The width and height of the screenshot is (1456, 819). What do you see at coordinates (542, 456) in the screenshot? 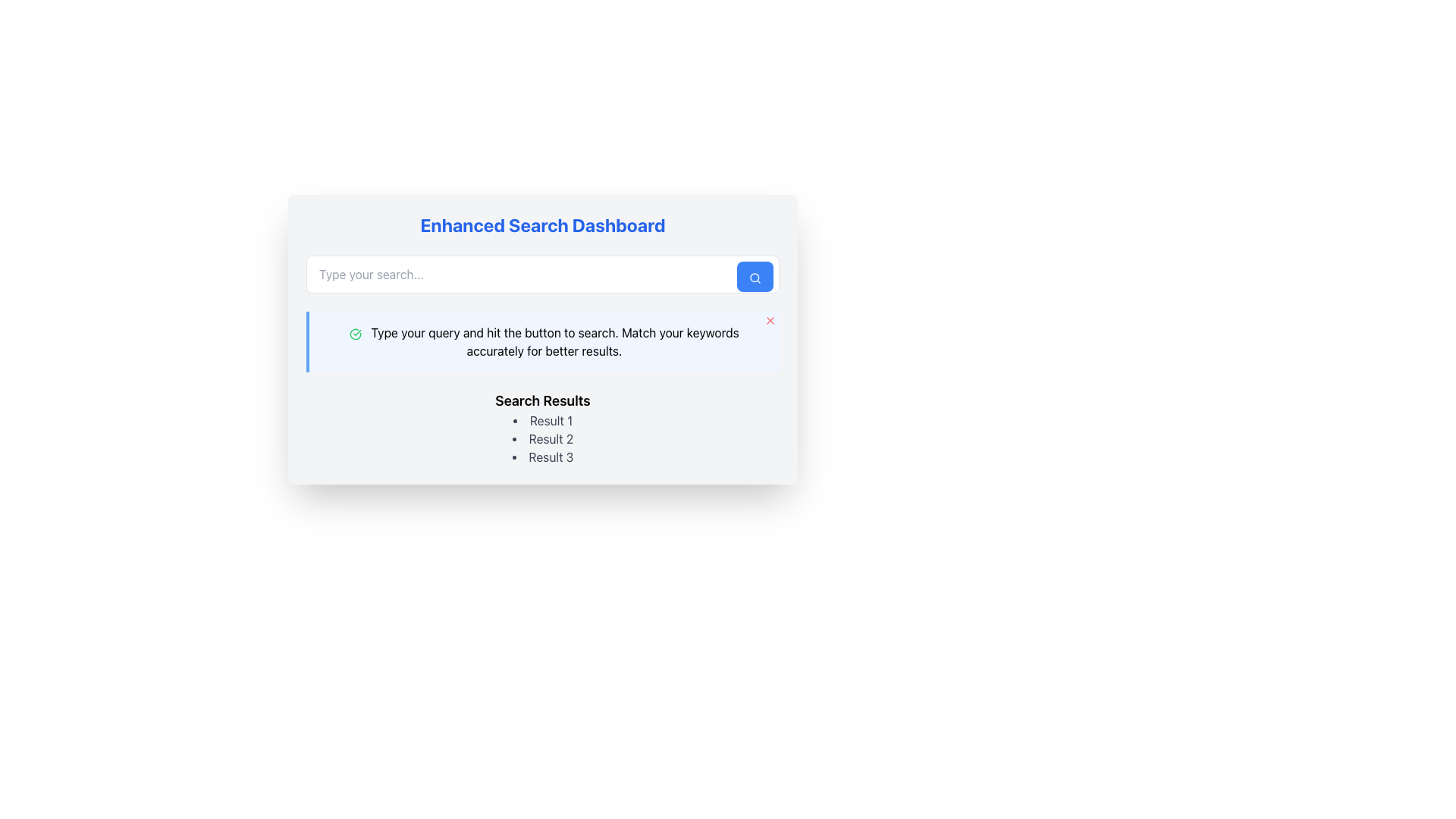
I see `the non-interactive text display 'Result 3', which is the third item in the 'Search Results' section` at bounding box center [542, 456].